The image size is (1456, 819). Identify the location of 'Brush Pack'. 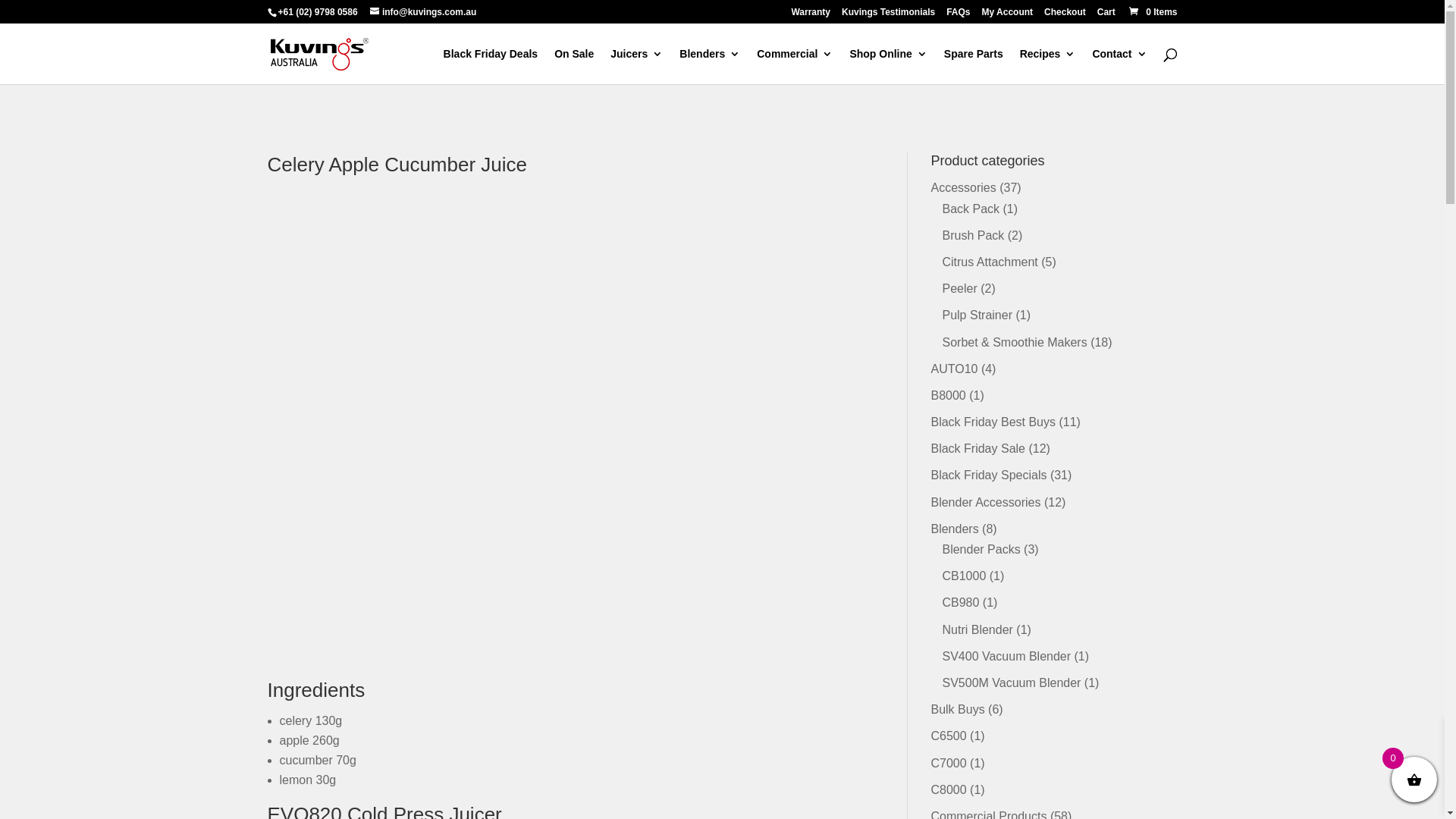
(941, 235).